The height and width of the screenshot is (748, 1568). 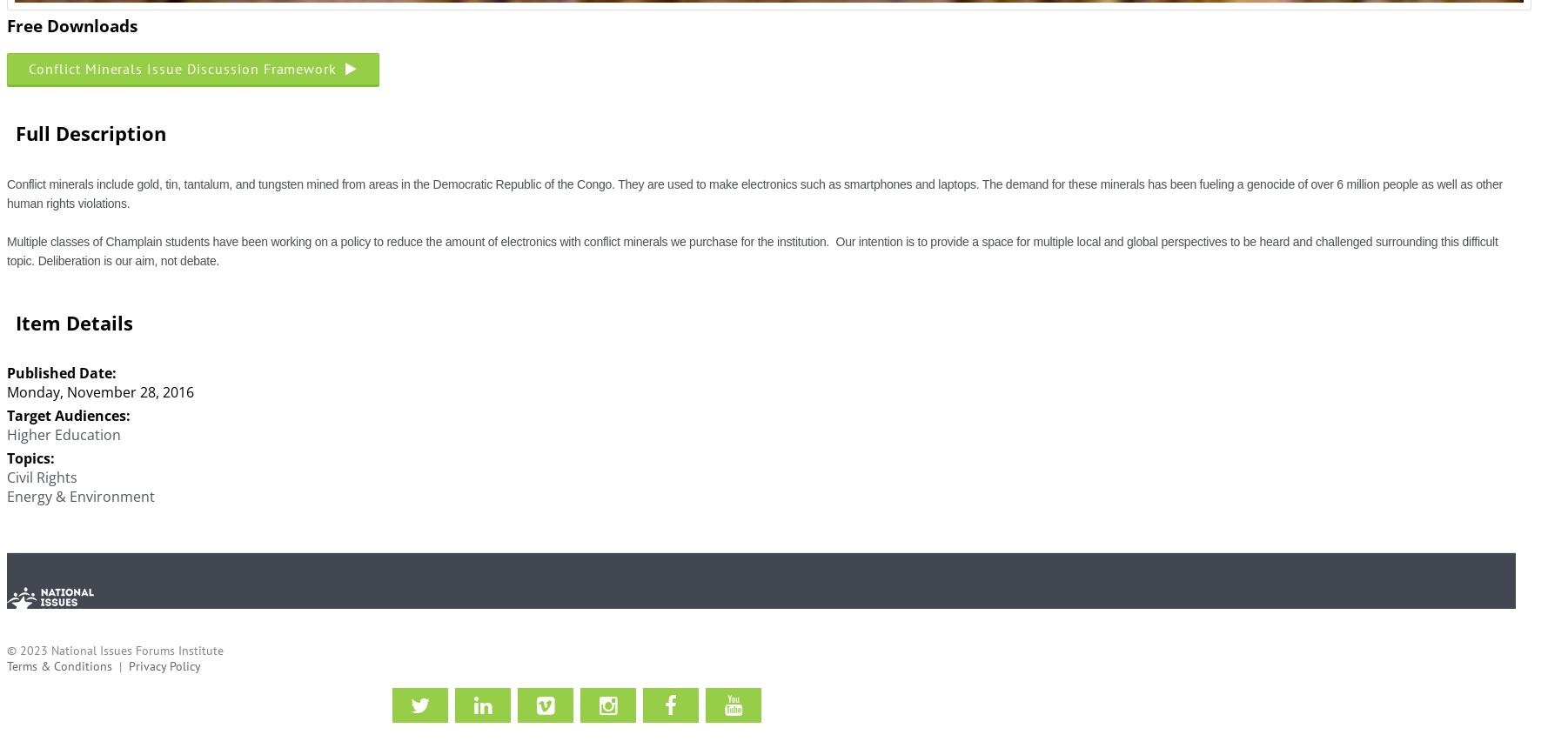 I want to click on 'Item Details', so click(x=73, y=322).